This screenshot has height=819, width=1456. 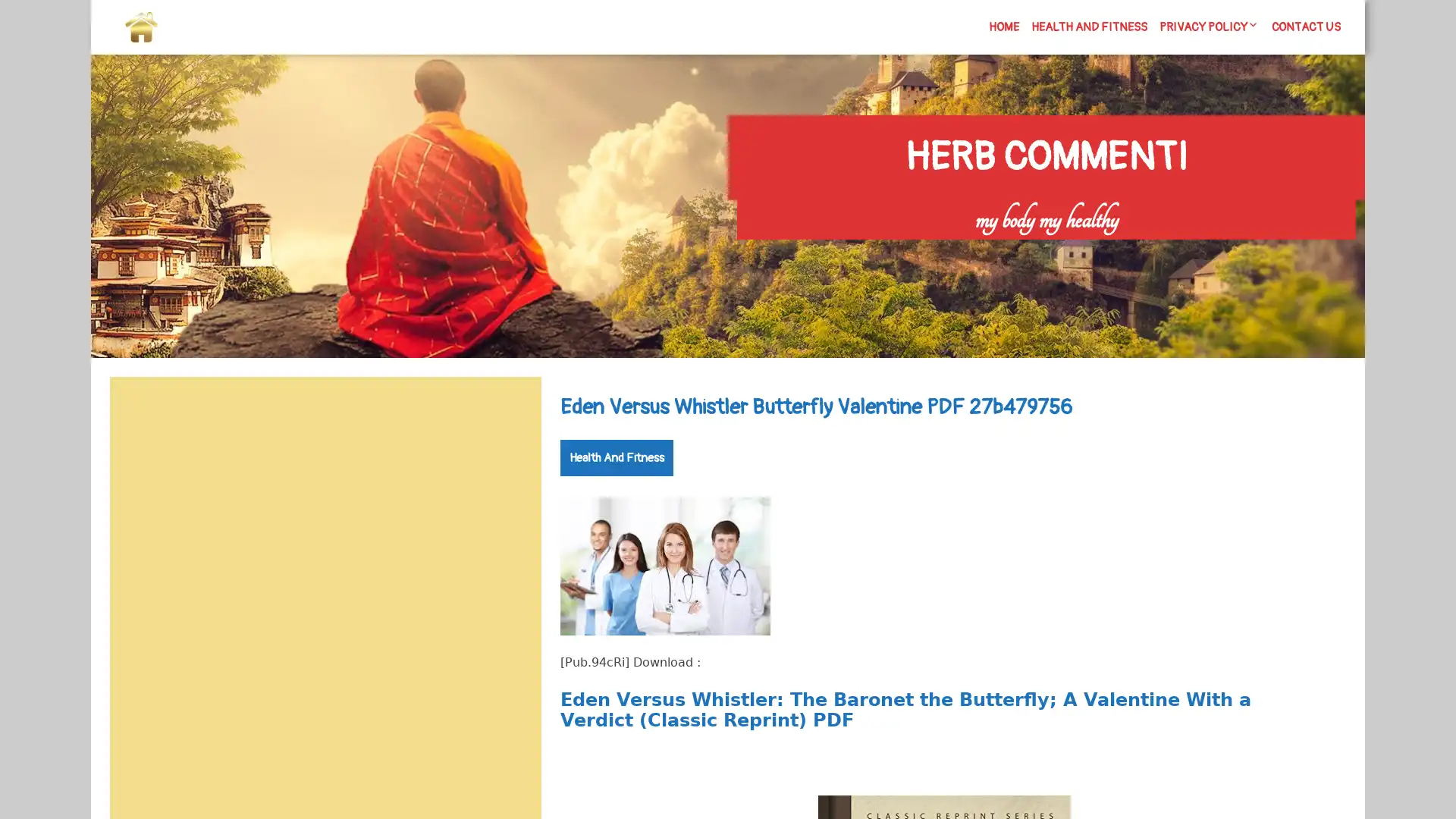 What do you see at coordinates (506, 413) in the screenshot?
I see `Search` at bounding box center [506, 413].